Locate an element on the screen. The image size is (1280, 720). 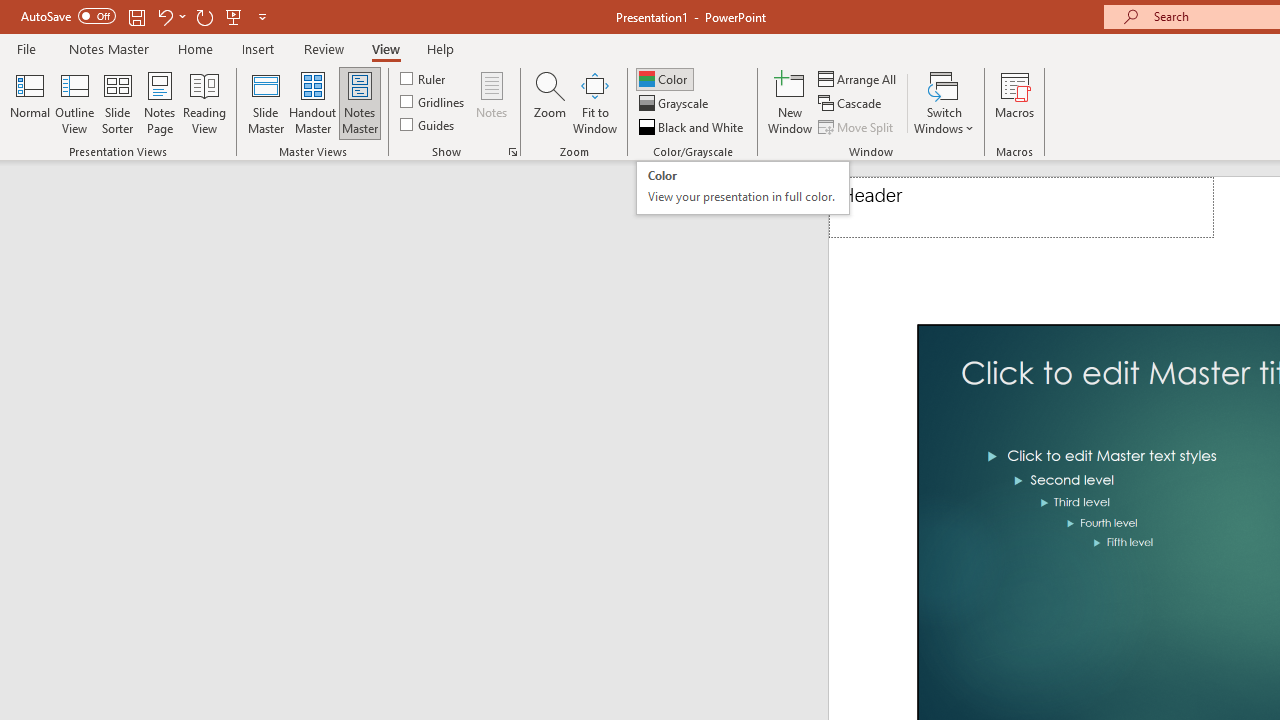
'Outline View' is located at coordinates (74, 103).